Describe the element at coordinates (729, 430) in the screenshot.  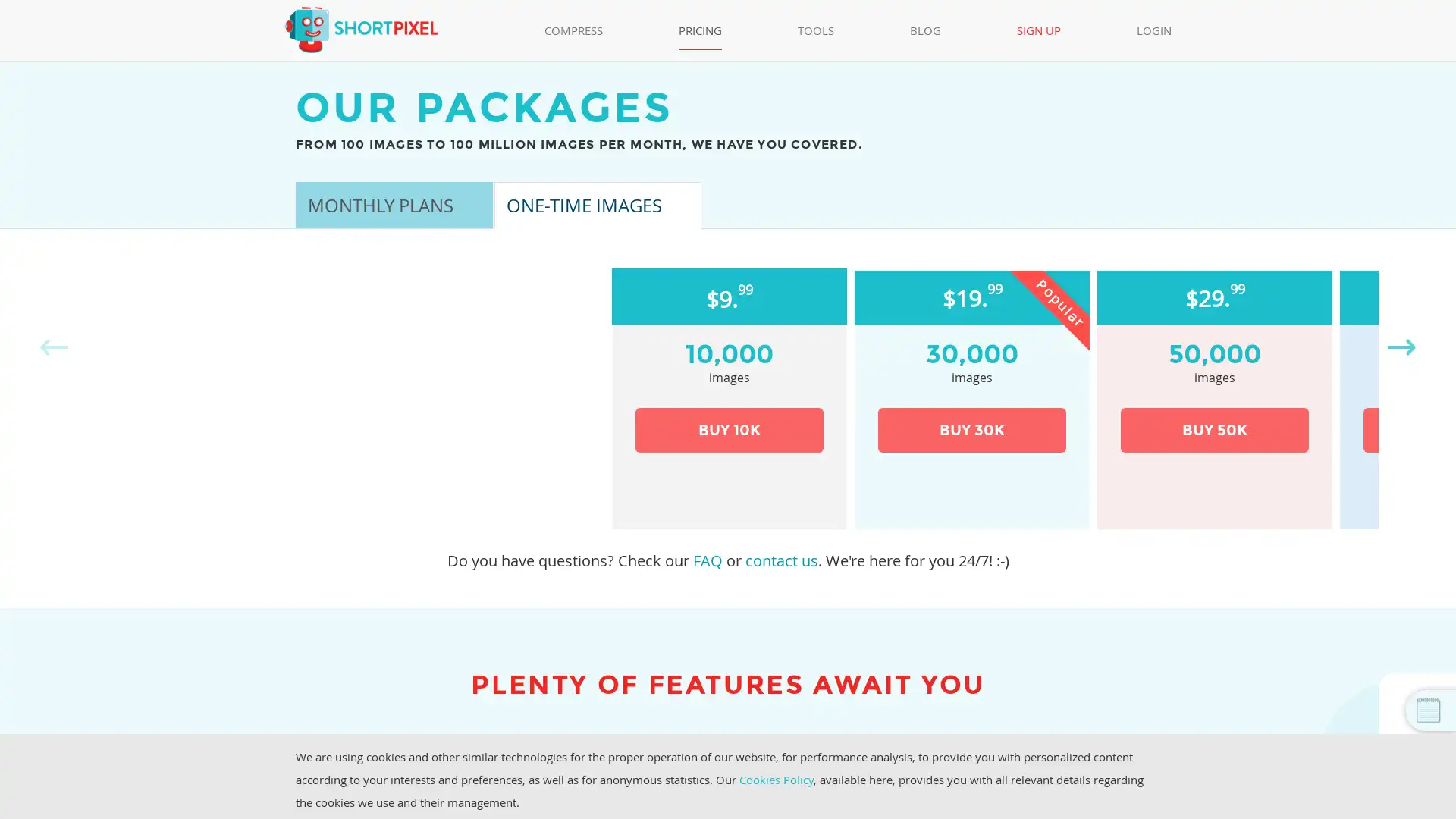
I see `BUY 10K` at that location.